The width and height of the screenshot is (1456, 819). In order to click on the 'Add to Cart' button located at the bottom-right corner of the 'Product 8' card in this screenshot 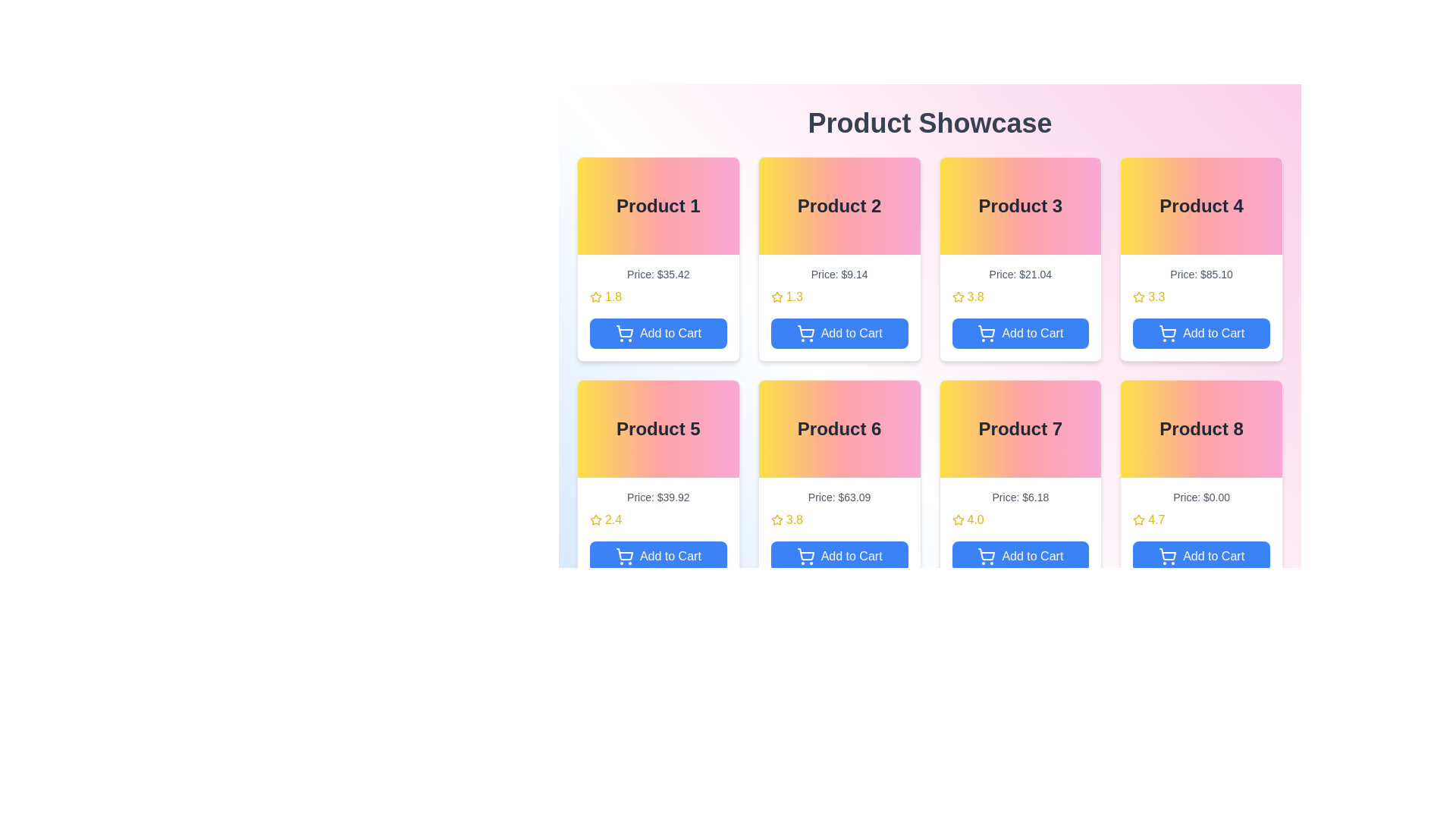, I will do `click(1200, 529)`.